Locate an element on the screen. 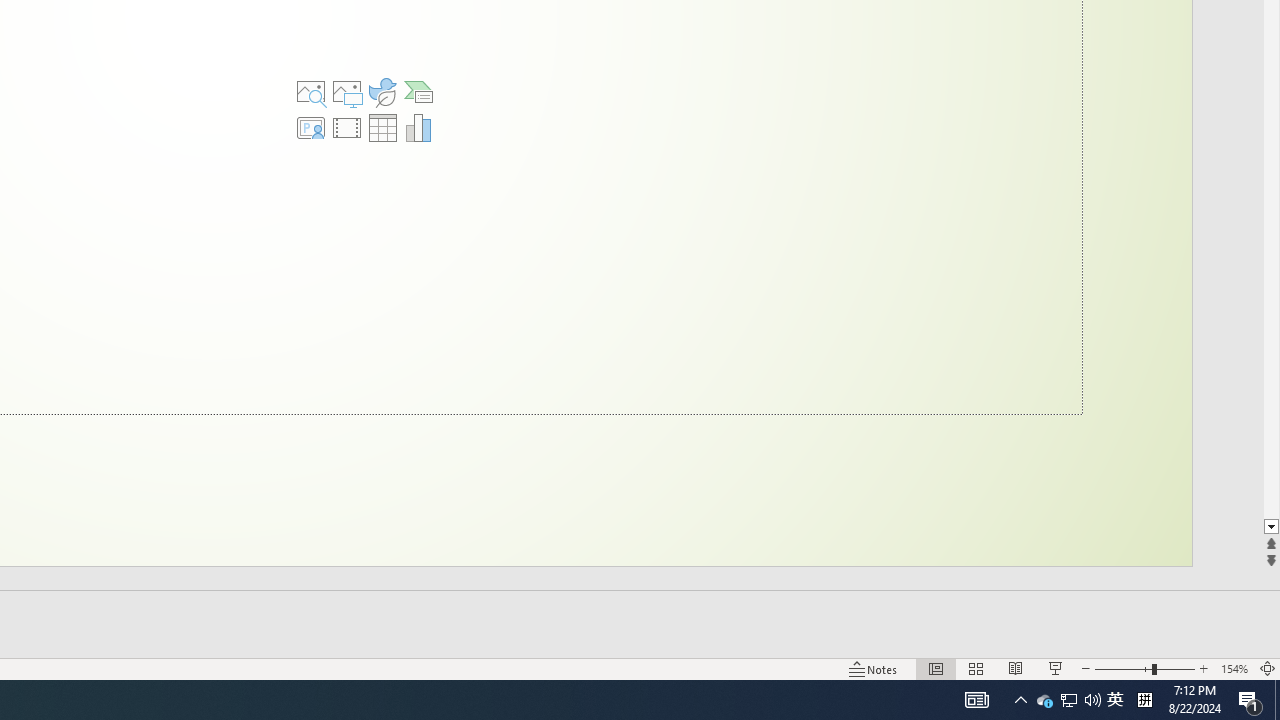  'Insert an Icon' is located at coordinates (383, 92).